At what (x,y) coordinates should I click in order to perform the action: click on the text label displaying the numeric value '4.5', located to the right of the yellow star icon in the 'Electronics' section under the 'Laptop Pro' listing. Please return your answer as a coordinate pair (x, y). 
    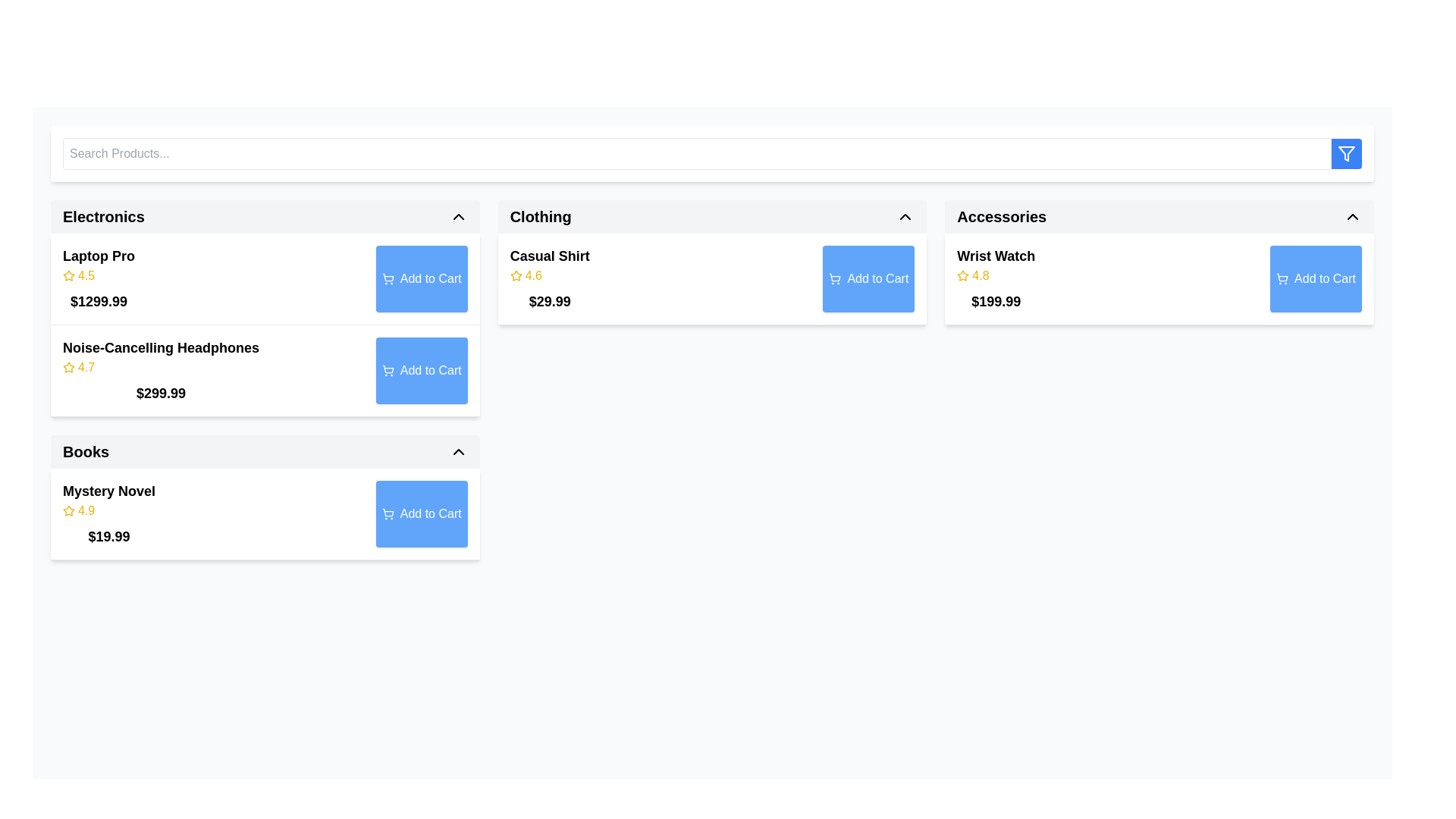
    Looking at the image, I should click on (86, 275).